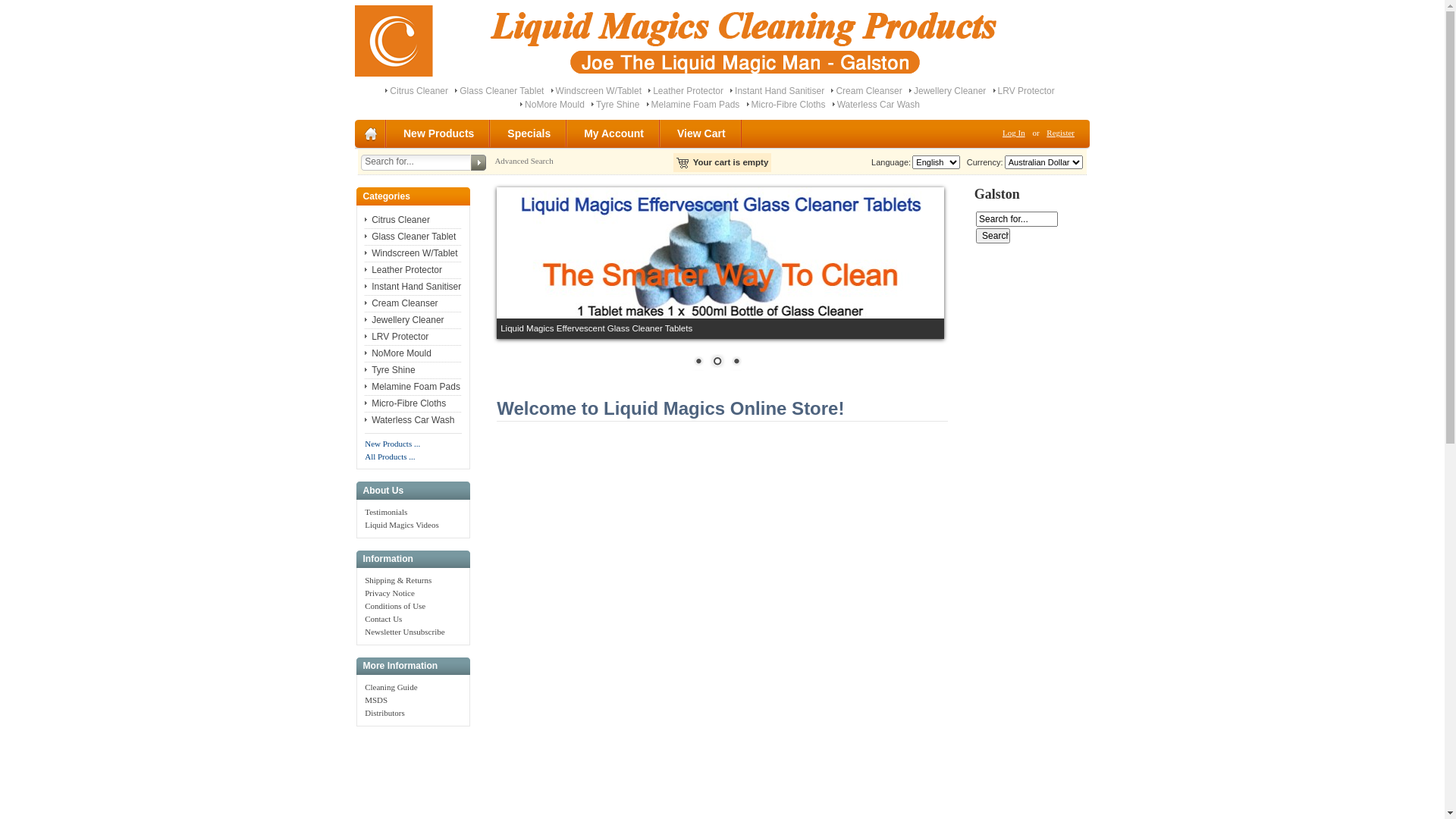 This screenshot has width=1456, height=819. What do you see at coordinates (392, 444) in the screenshot?
I see `'New Products ...'` at bounding box center [392, 444].